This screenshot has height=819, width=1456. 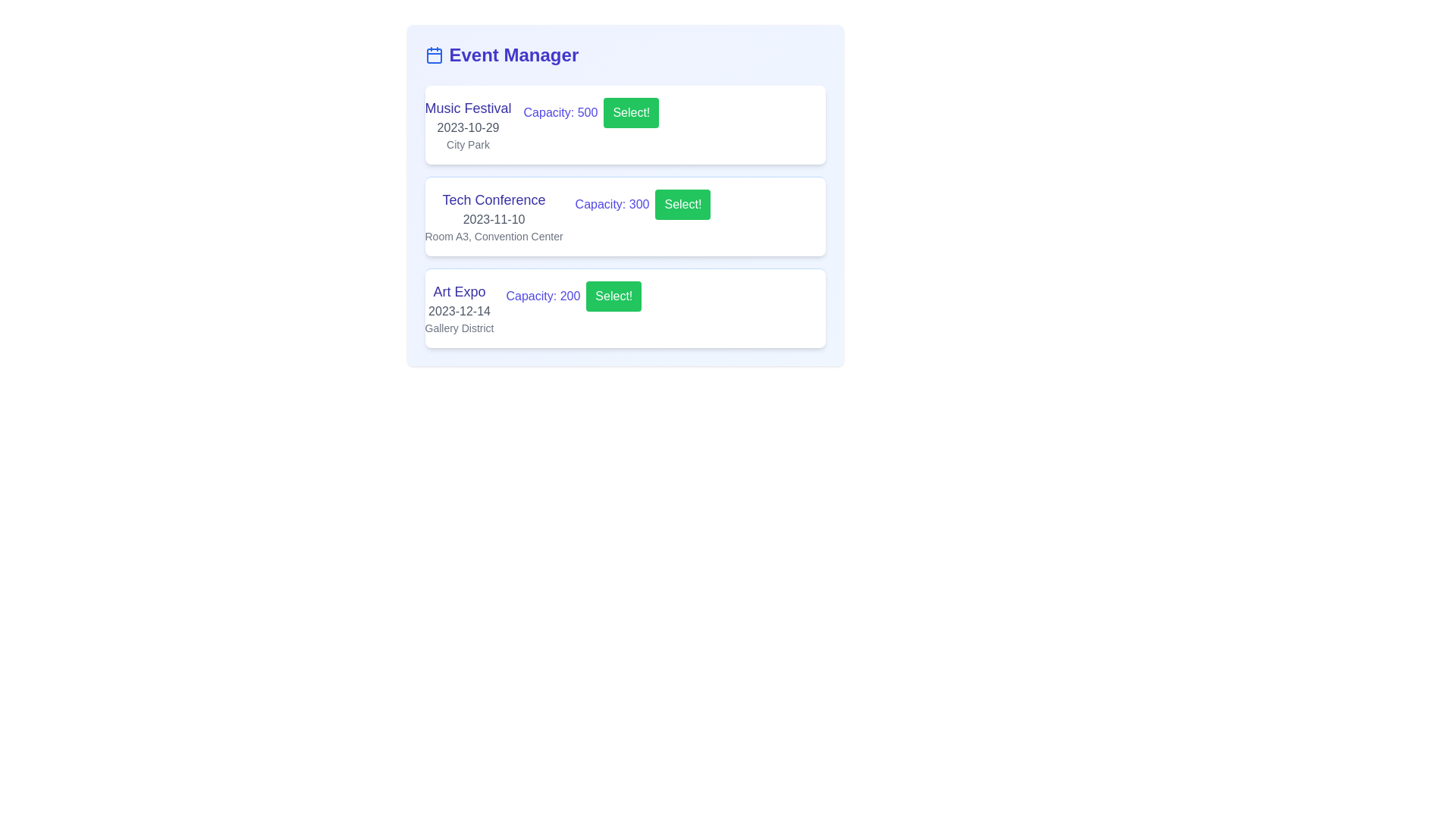 I want to click on the non-interactive text label displaying 'City Park', which is positioned below the event title 'Music Festival' and the date '2023-10-29' in the first event card of the 'Event Manager' section, so click(x=467, y=145).